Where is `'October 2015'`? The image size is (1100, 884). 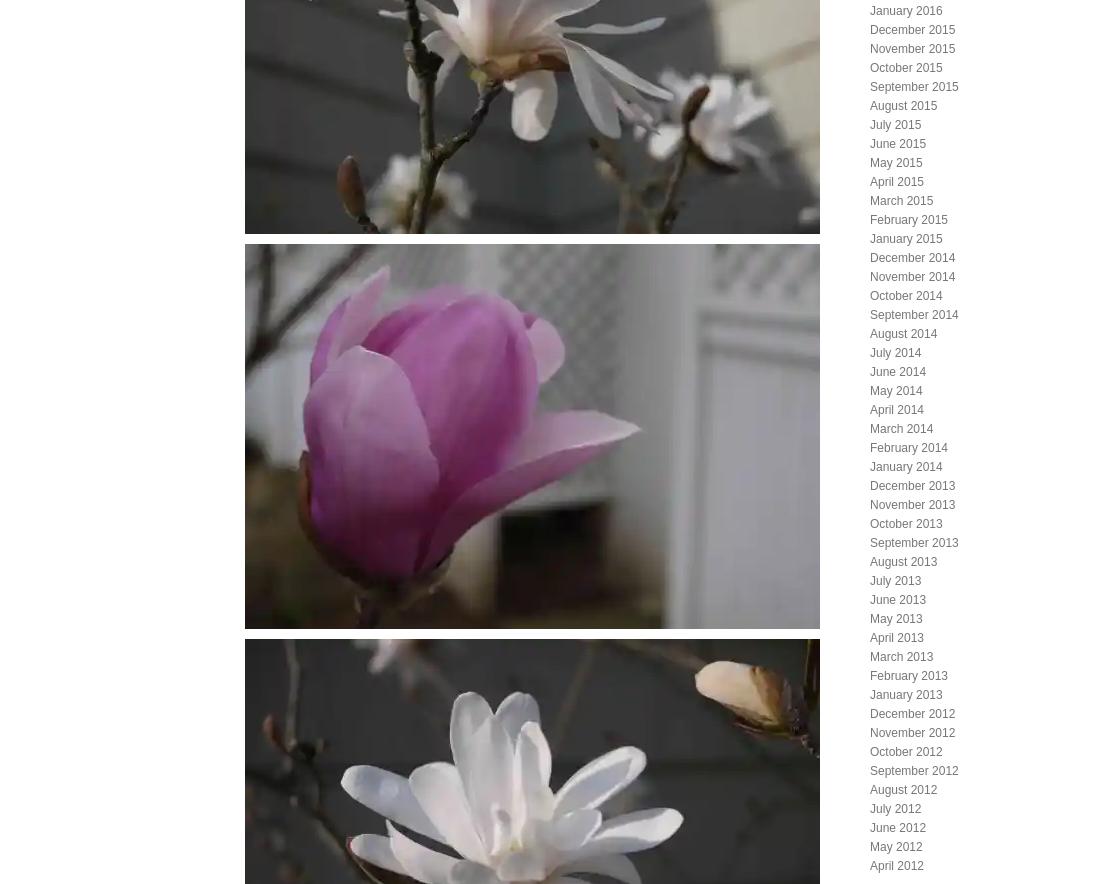 'October 2015' is located at coordinates (905, 66).